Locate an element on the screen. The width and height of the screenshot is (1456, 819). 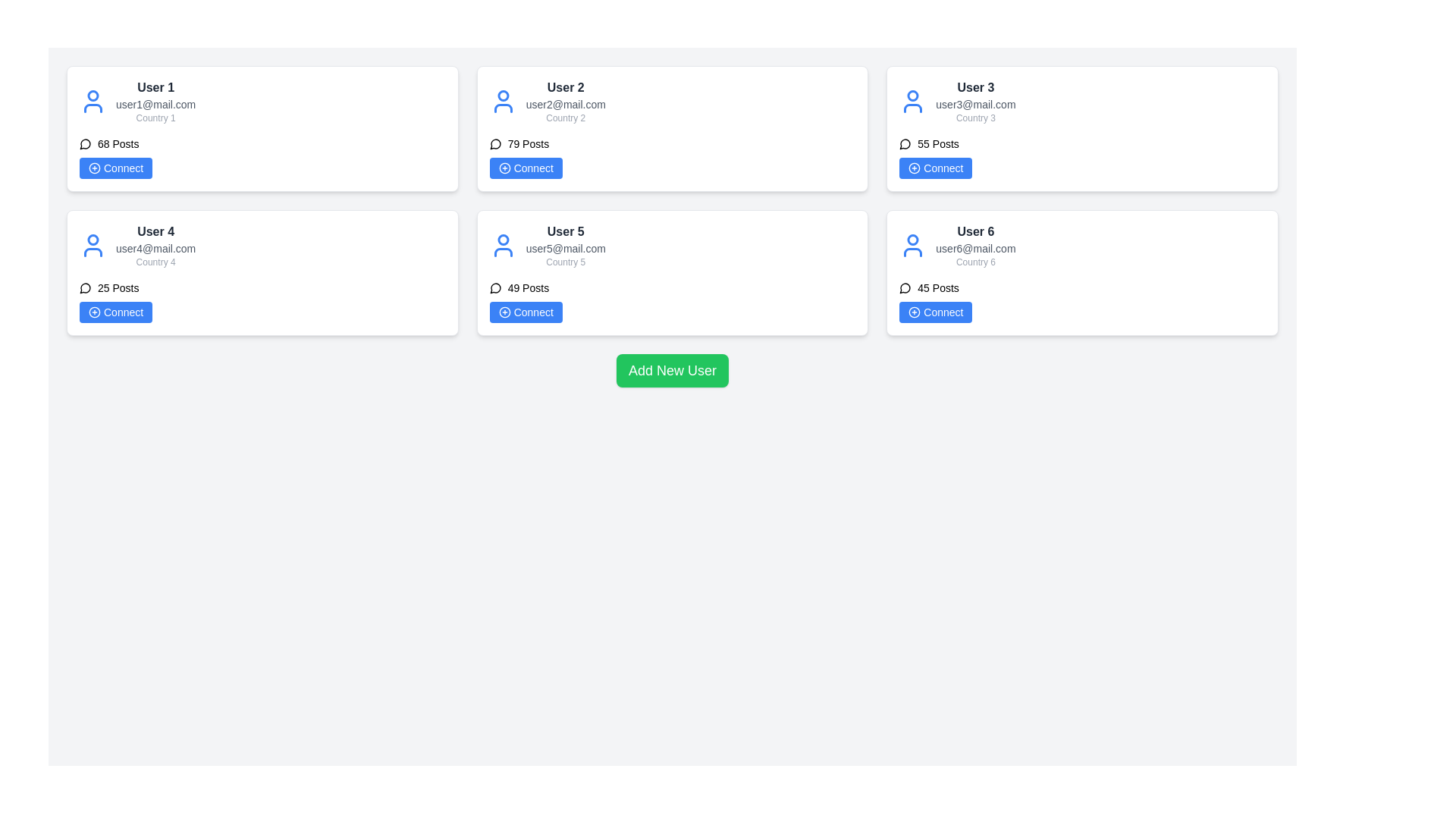
the Text display component that shows user information, including the bolded username 'User 6', an email address 'user6@mail.com', and the country name 'Country 6' is located at coordinates (975, 245).